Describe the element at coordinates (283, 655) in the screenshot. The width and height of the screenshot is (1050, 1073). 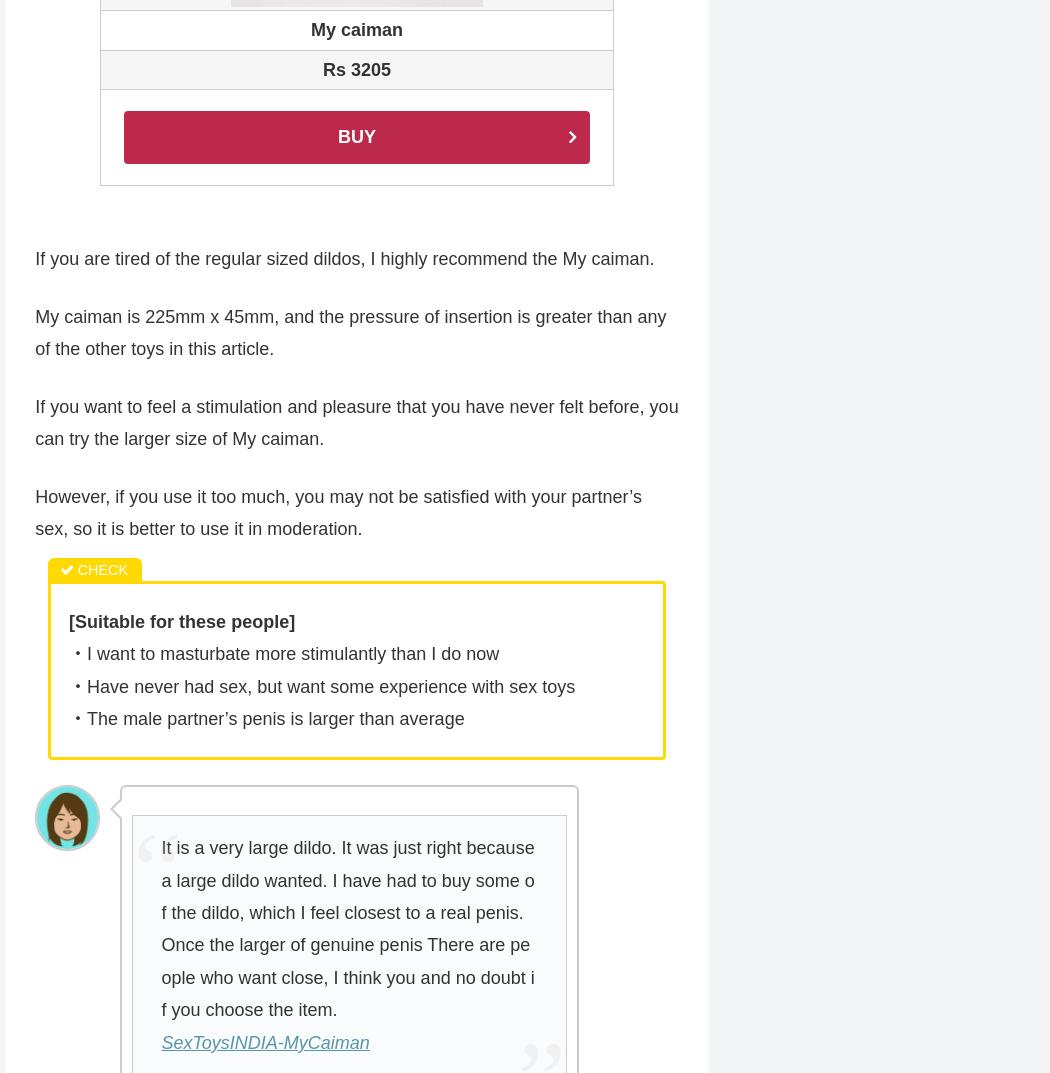
I see `'・I want to masturbate more stimulantly than I do now'` at that location.